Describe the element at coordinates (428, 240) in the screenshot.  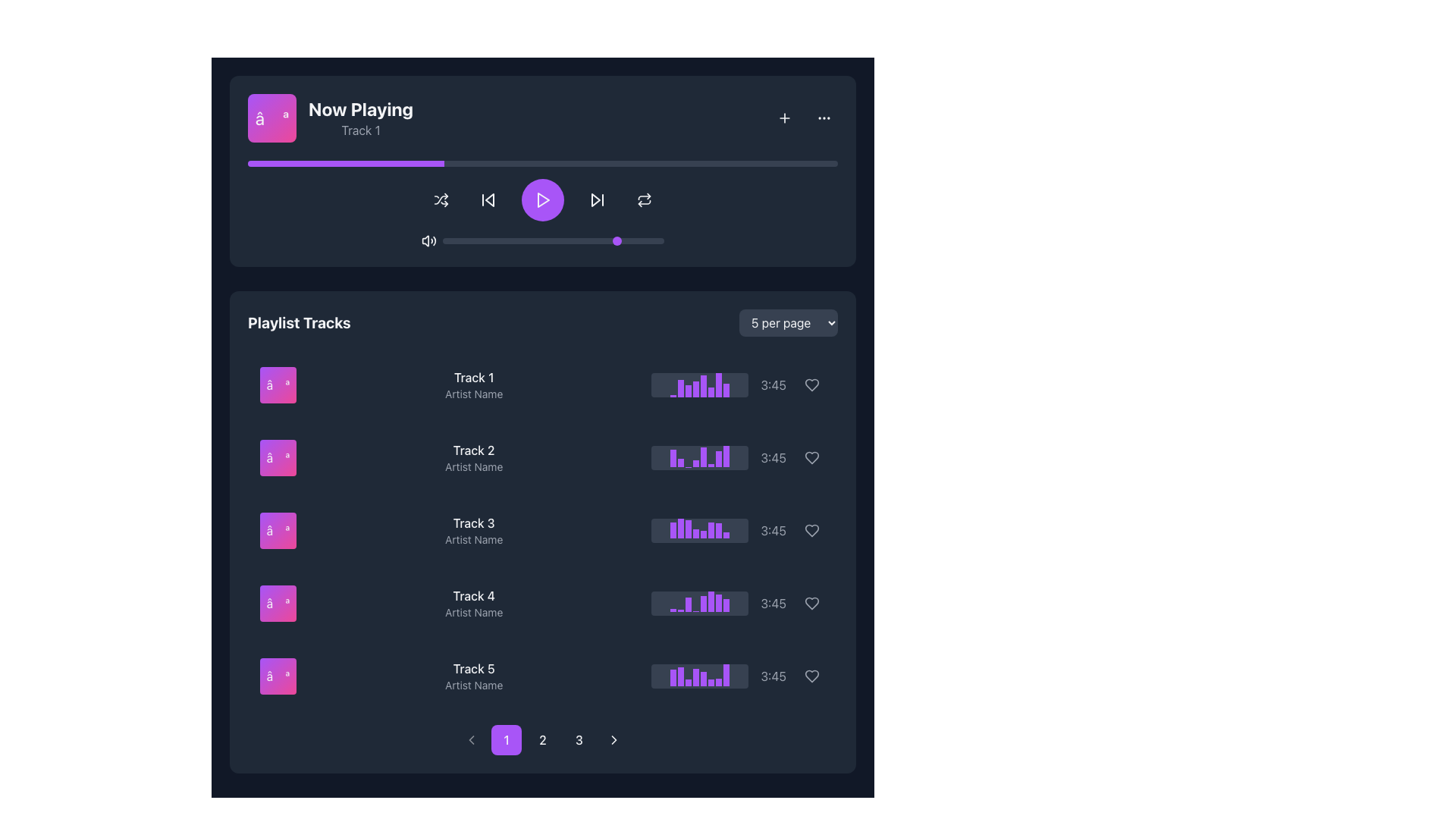
I see `the volume control icon button located in the audio control section, to the left of the playback progress bar` at that location.